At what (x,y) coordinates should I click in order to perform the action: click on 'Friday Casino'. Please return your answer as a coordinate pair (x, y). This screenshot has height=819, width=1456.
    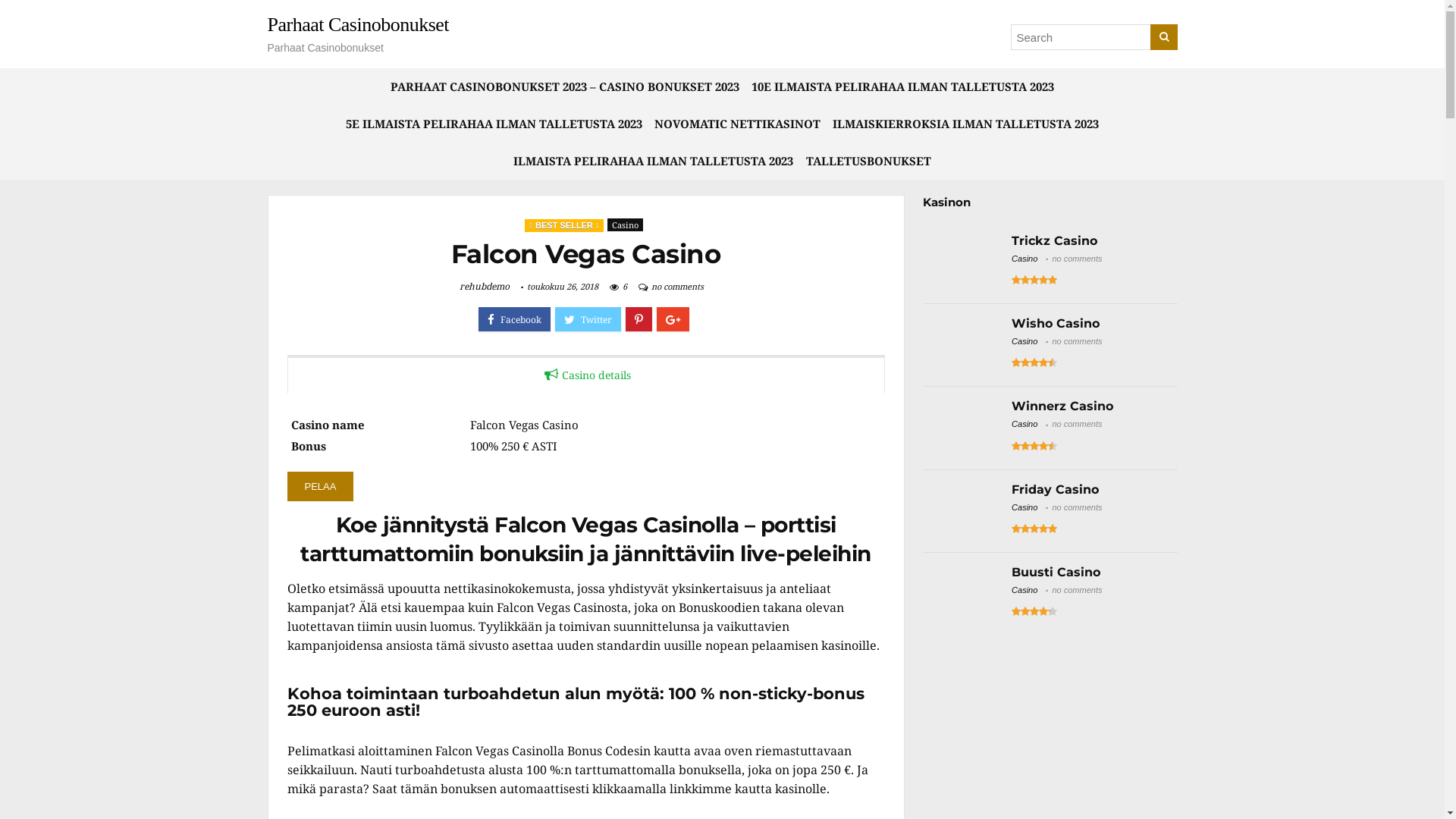
    Looking at the image, I should click on (1054, 489).